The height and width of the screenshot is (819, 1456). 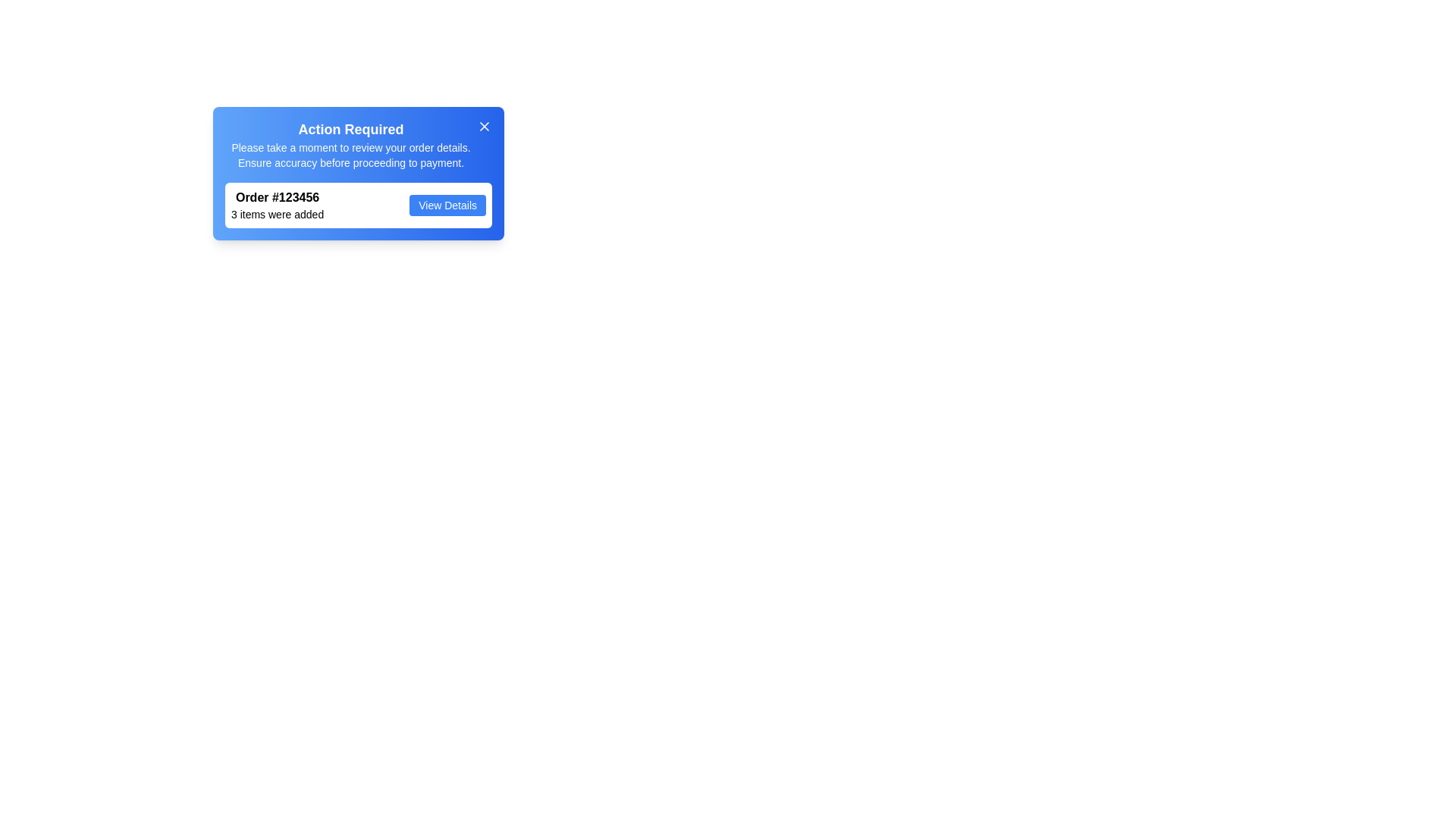 I want to click on static text message displayed in the dialog box that says: 'Please take a moment to review your order details. Ensure accuracy before proceeding to payment.' This text is located below the title 'Action Required', so click(x=350, y=155).